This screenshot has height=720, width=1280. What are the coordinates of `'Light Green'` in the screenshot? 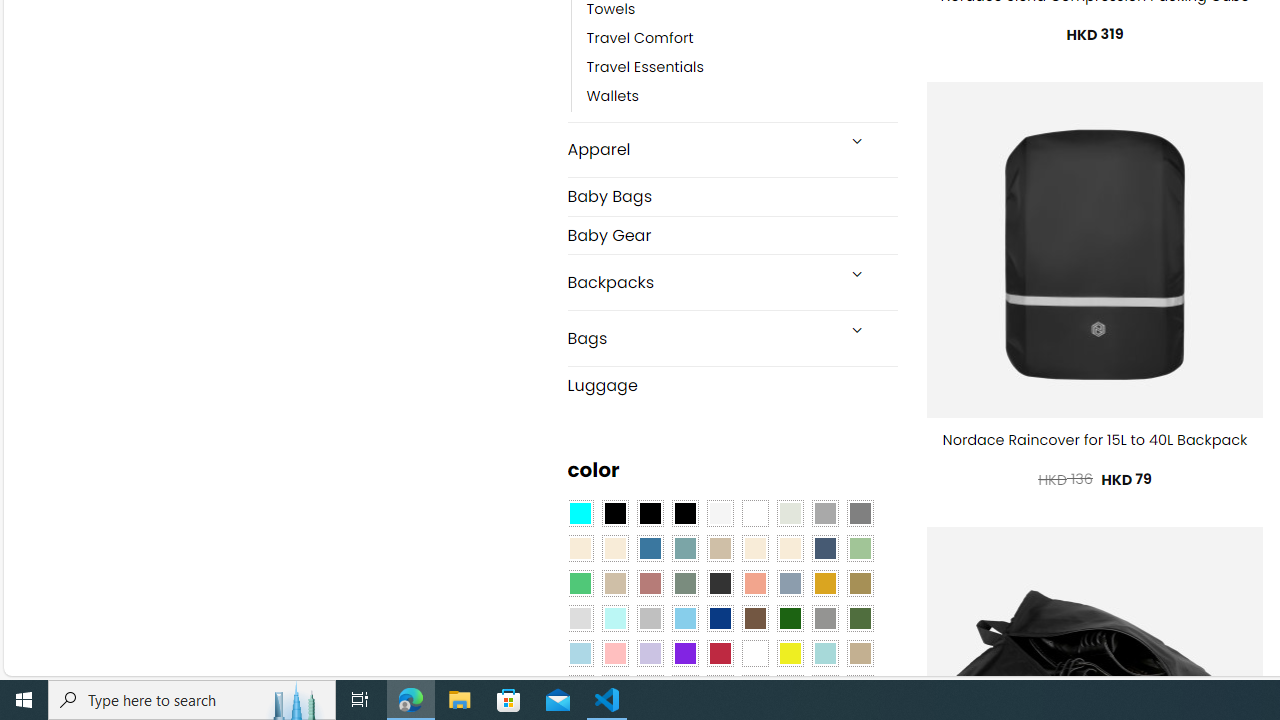 It's located at (860, 549).